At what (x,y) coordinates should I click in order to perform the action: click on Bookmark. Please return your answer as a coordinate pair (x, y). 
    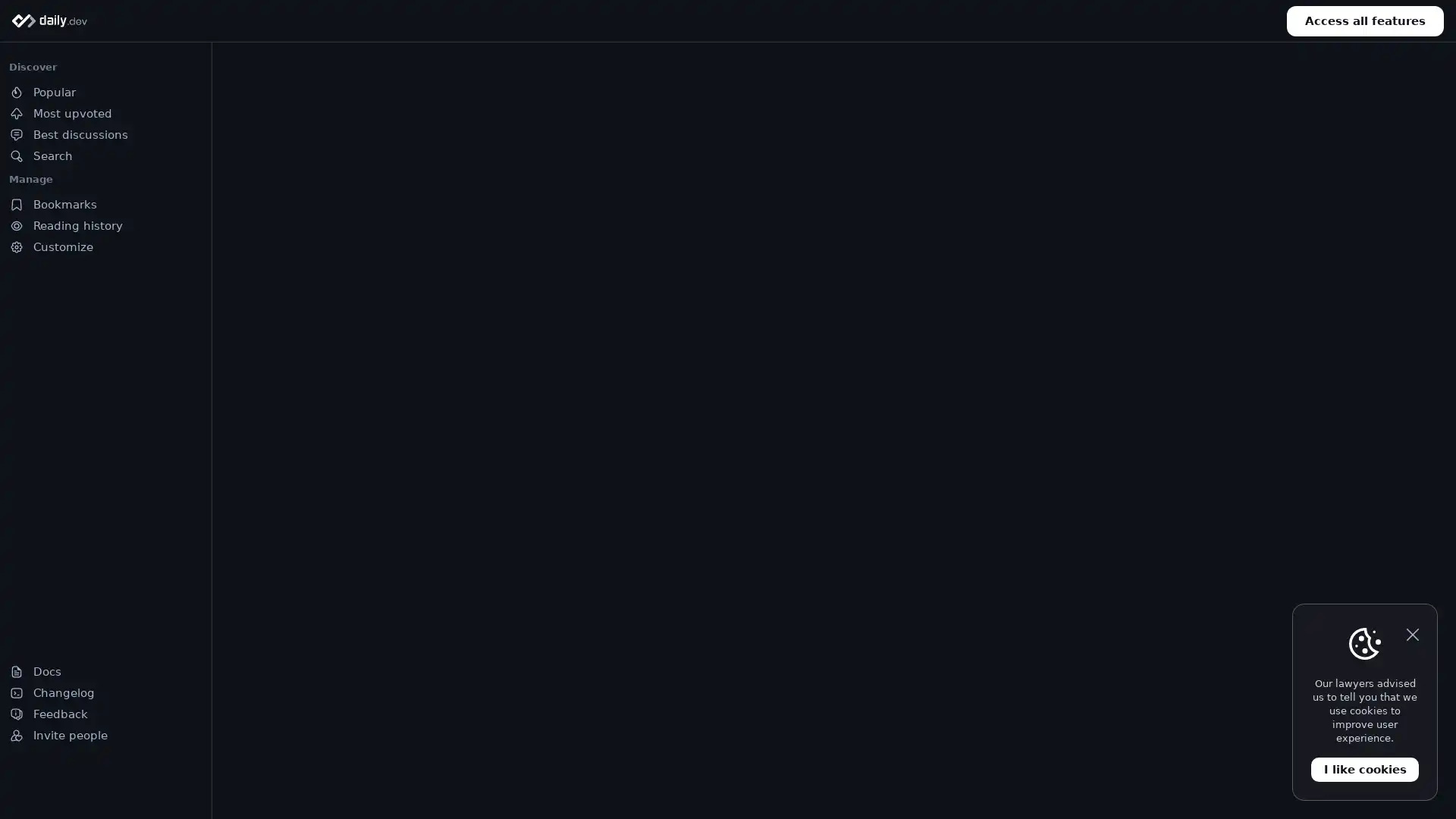
    Looking at the image, I should click on (787, 739).